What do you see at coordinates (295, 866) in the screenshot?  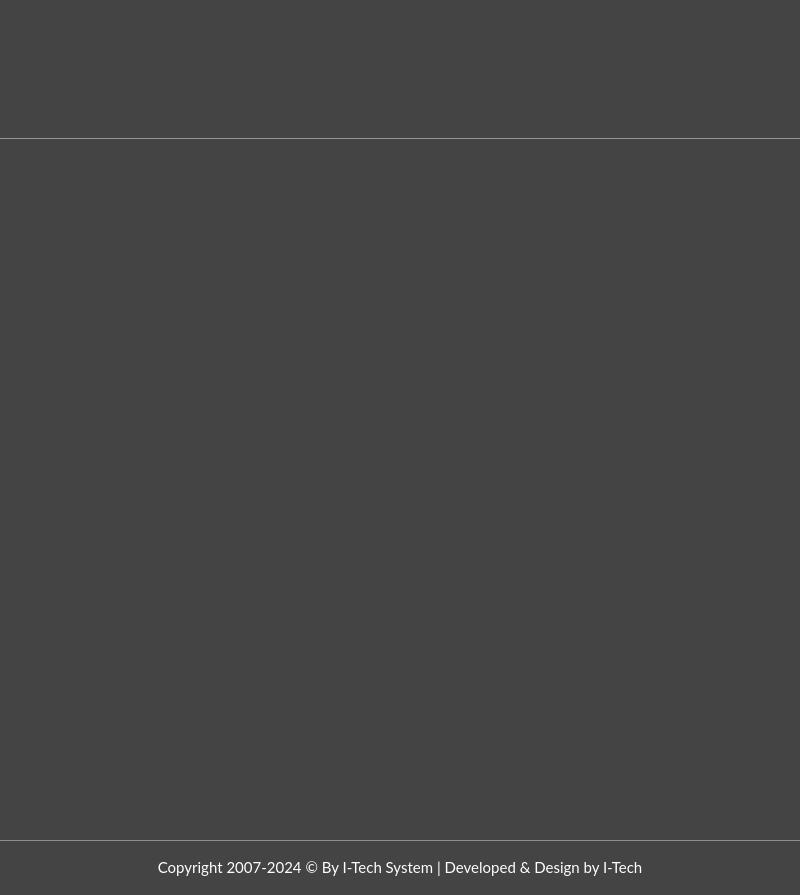 I see `'Copyright 2007-2024 © By I-Tech System'` at bounding box center [295, 866].